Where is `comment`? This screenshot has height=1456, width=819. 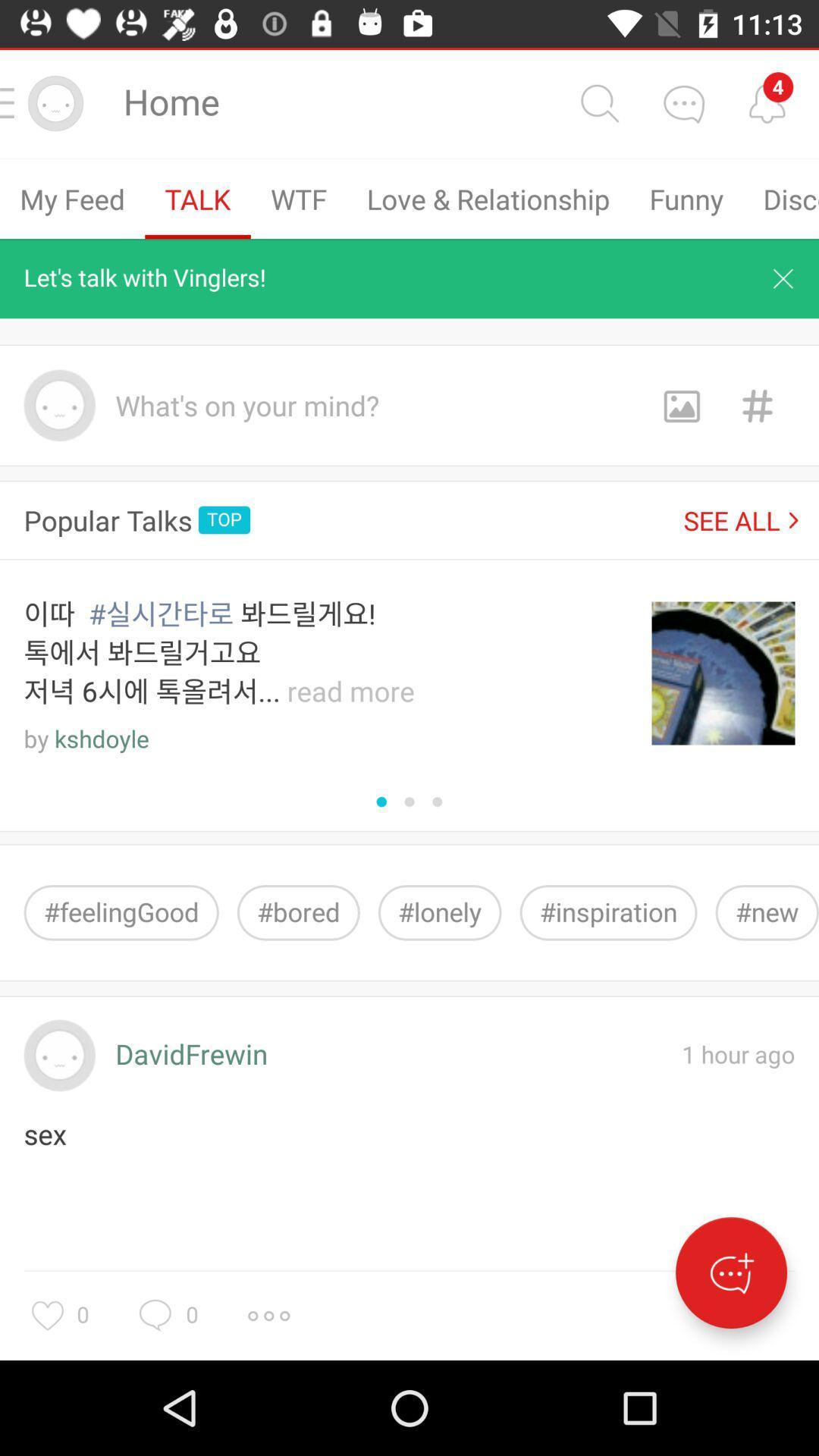
comment is located at coordinates (683, 102).